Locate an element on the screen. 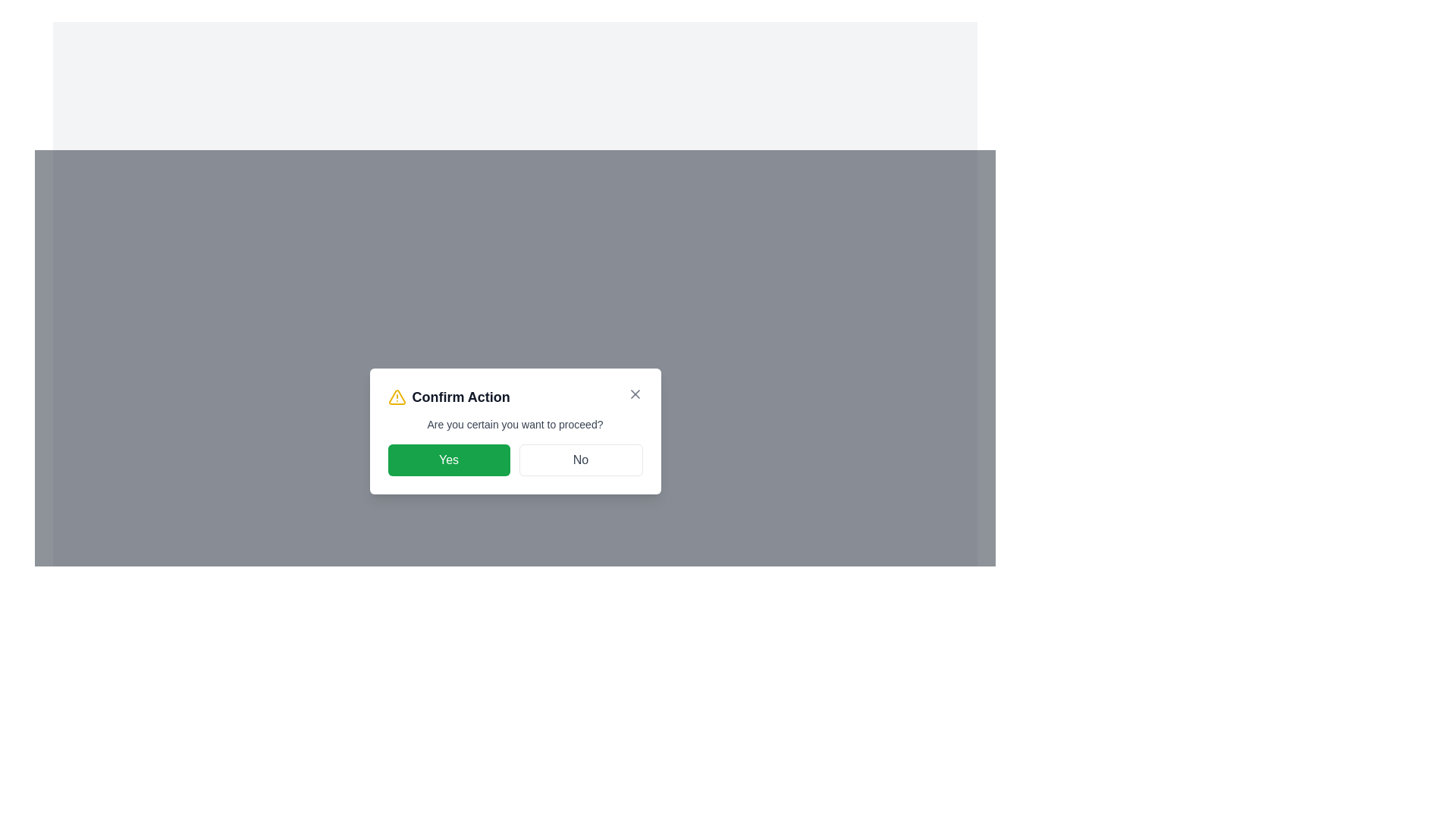  the small interactive button represented by an 'X' symbol in gray color, located in the top-right corner of the dialog box displaying 'Confirm Action' is located at coordinates (635, 394).